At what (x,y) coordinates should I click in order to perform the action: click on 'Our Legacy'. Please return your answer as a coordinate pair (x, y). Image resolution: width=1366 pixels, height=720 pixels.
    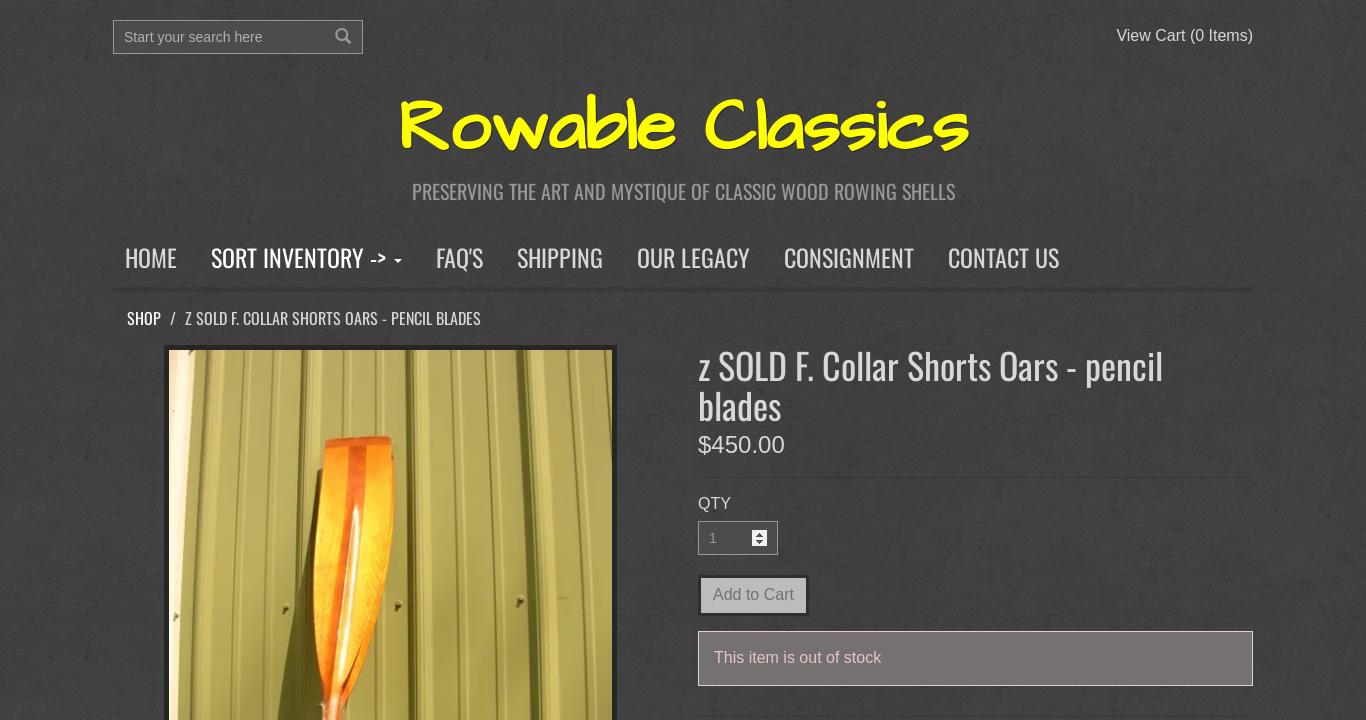
    Looking at the image, I should click on (693, 255).